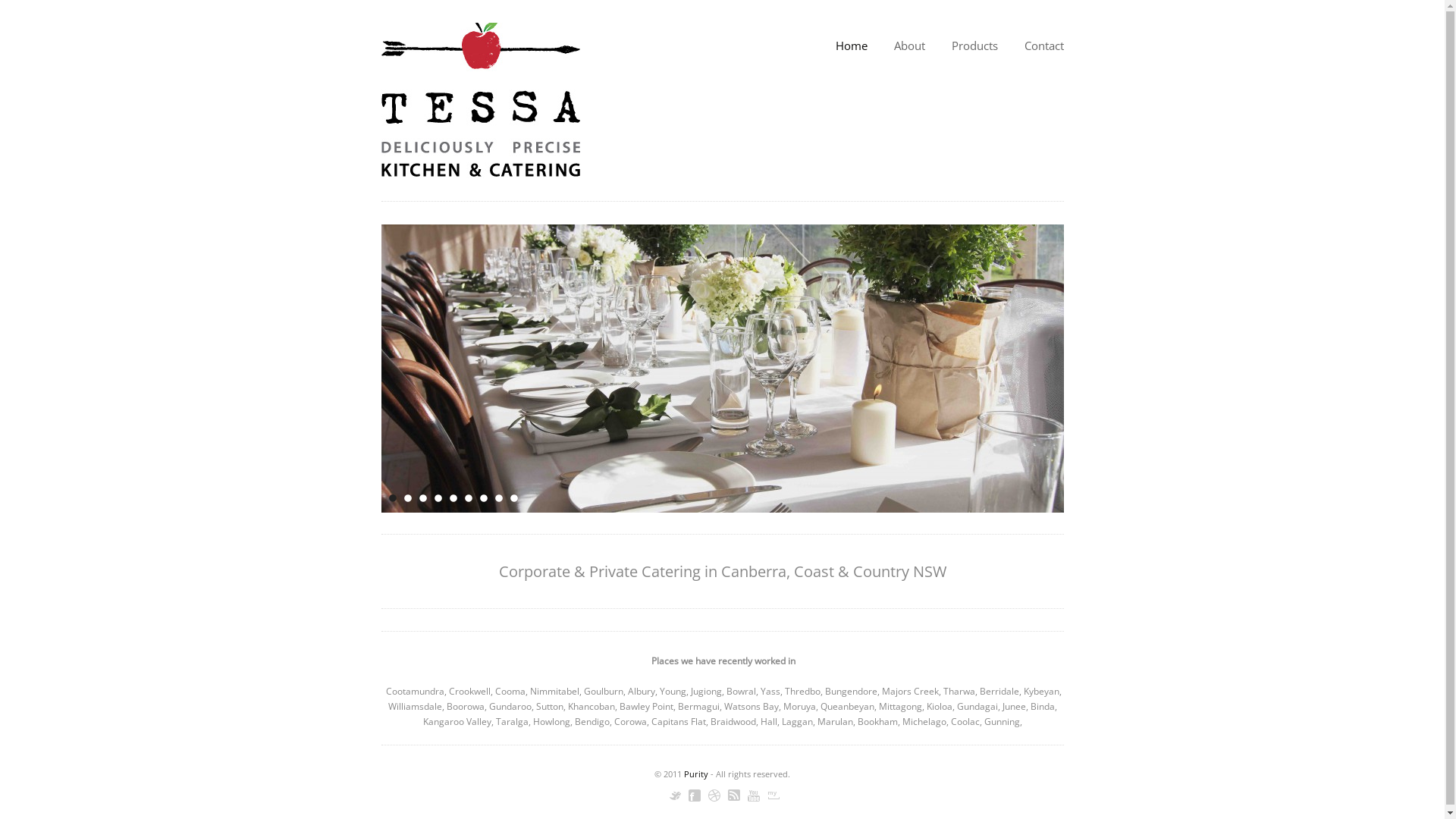  Describe the element at coordinates (835, 45) in the screenshot. I see `'Home'` at that location.